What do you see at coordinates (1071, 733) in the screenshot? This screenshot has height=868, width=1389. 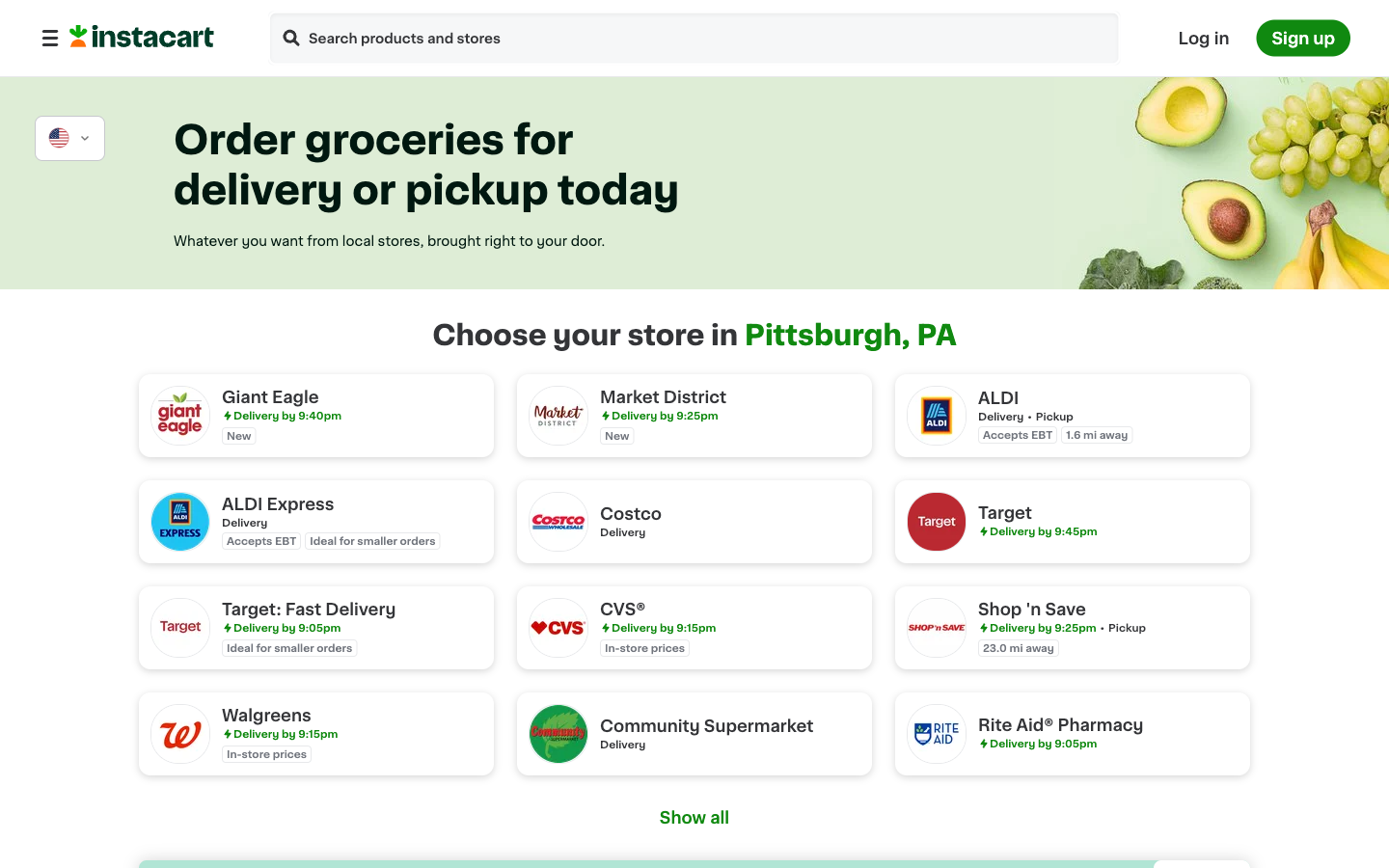 I see `Go to the Rite Aid Pharmacy website for checking medication inventory` at bounding box center [1071, 733].